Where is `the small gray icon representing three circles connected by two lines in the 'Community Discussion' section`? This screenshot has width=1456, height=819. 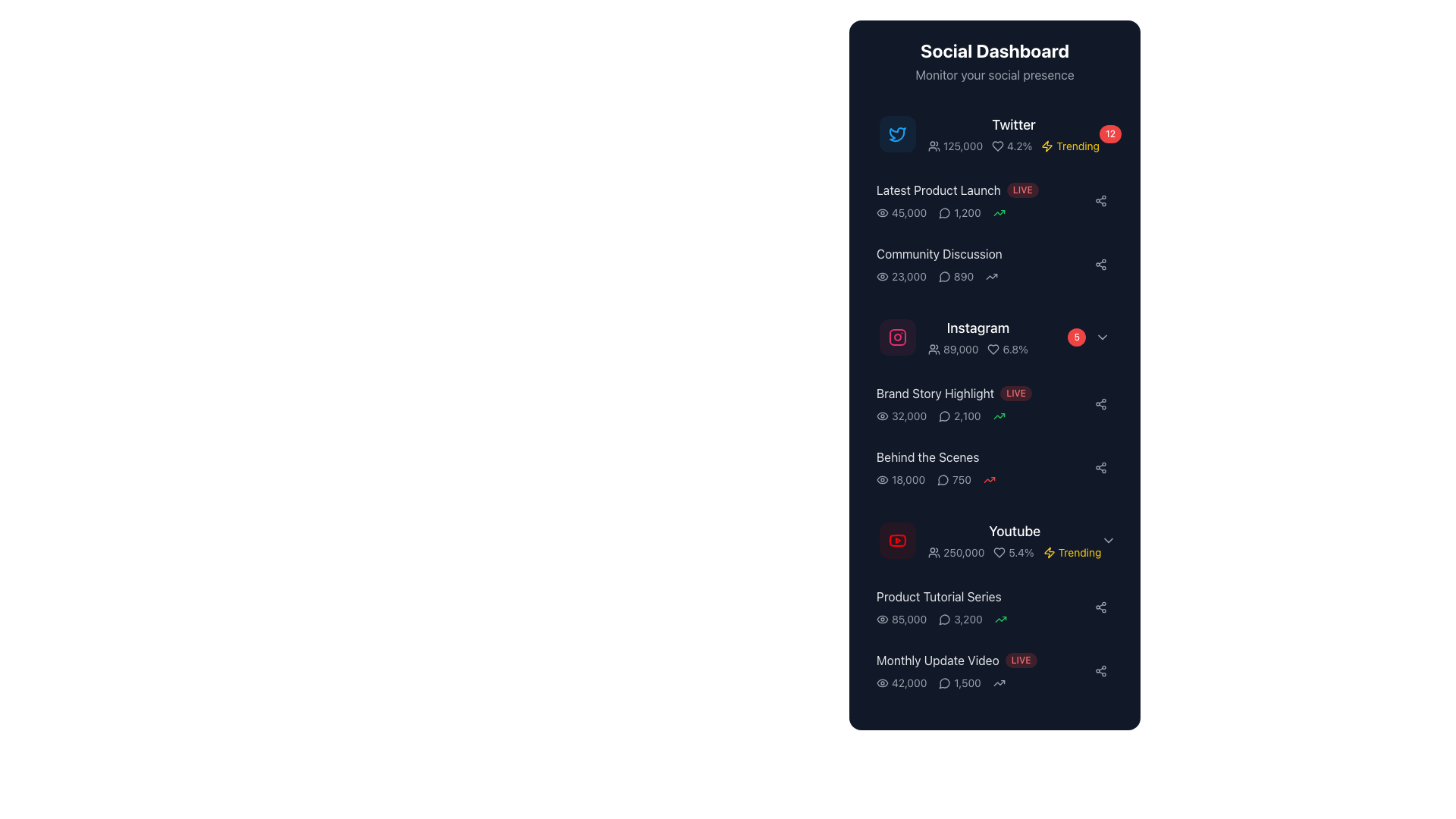 the small gray icon representing three circles connected by two lines in the 'Community Discussion' section is located at coordinates (1100, 607).